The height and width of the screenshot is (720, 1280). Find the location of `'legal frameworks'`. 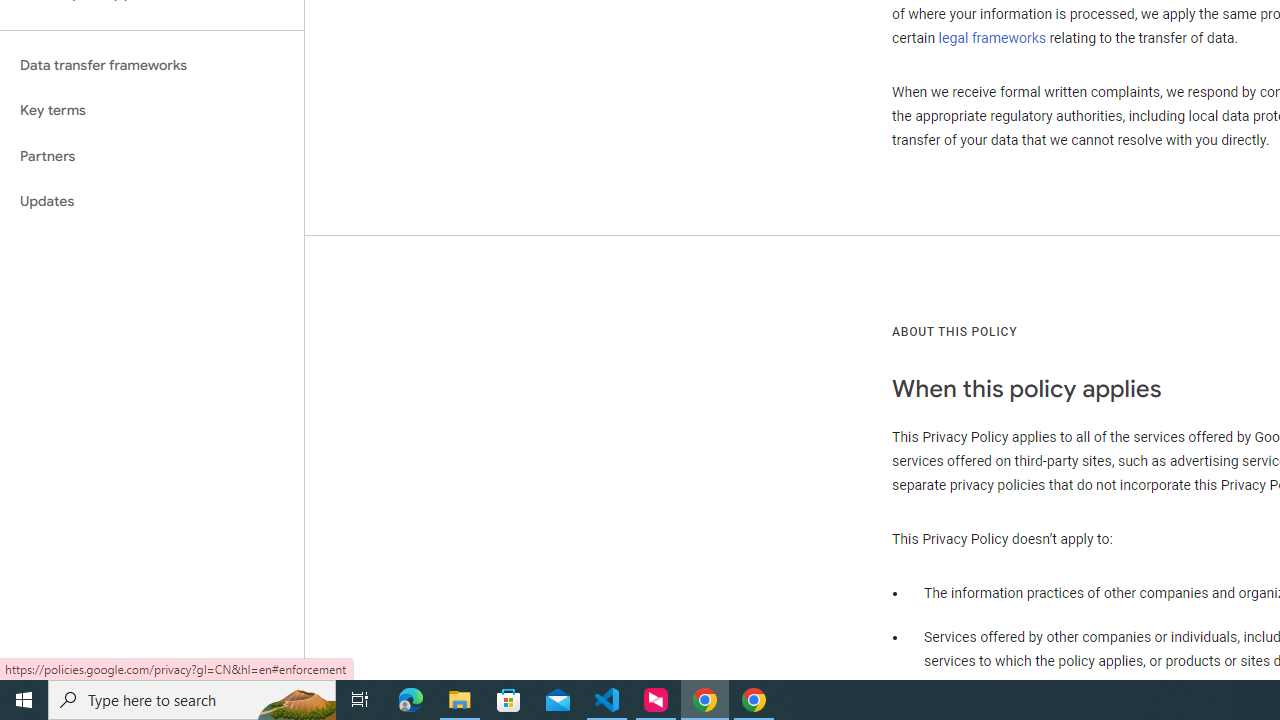

'legal frameworks' is located at coordinates (992, 37).